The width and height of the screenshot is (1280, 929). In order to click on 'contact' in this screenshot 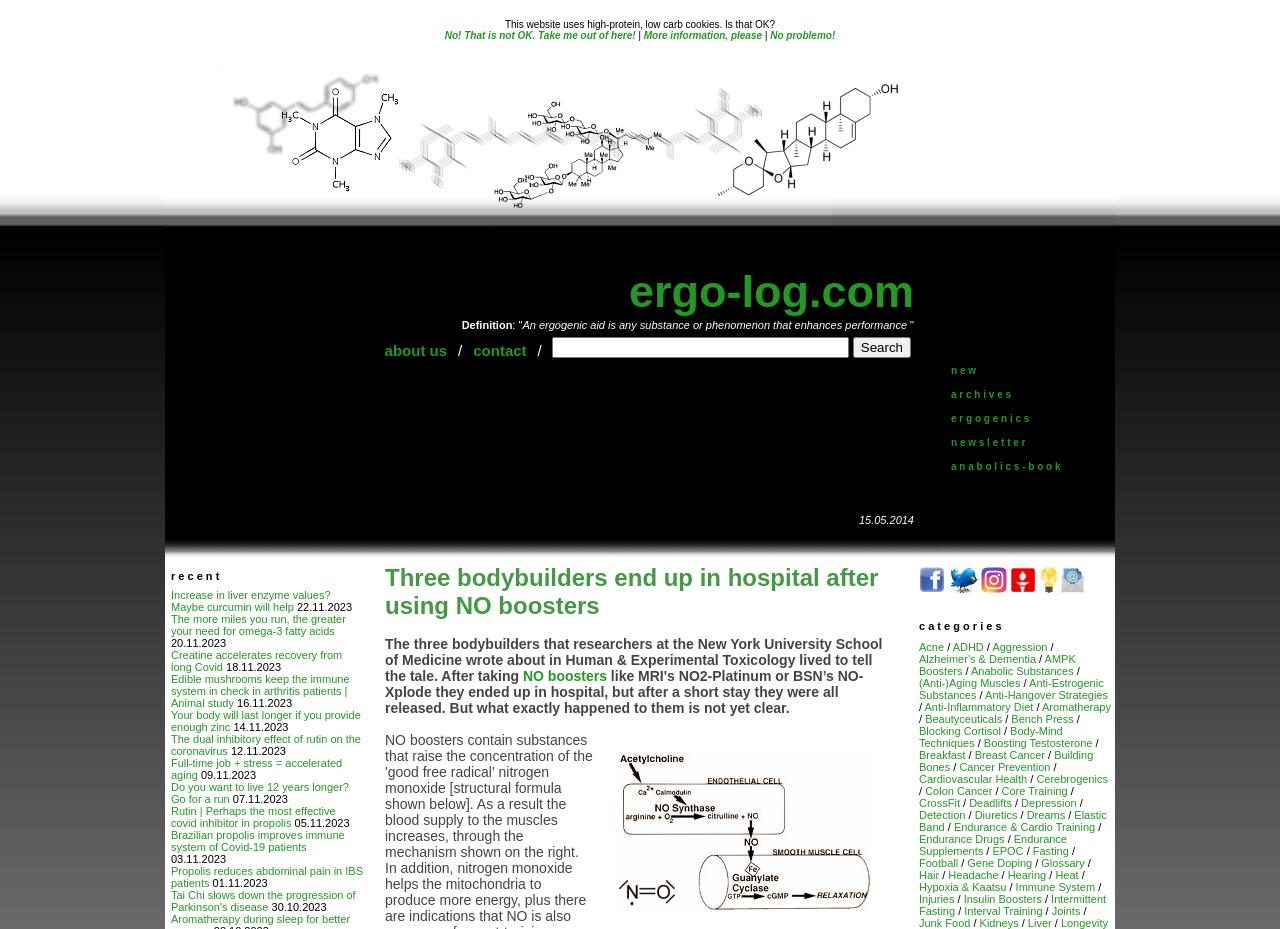, I will do `click(471, 350)`.